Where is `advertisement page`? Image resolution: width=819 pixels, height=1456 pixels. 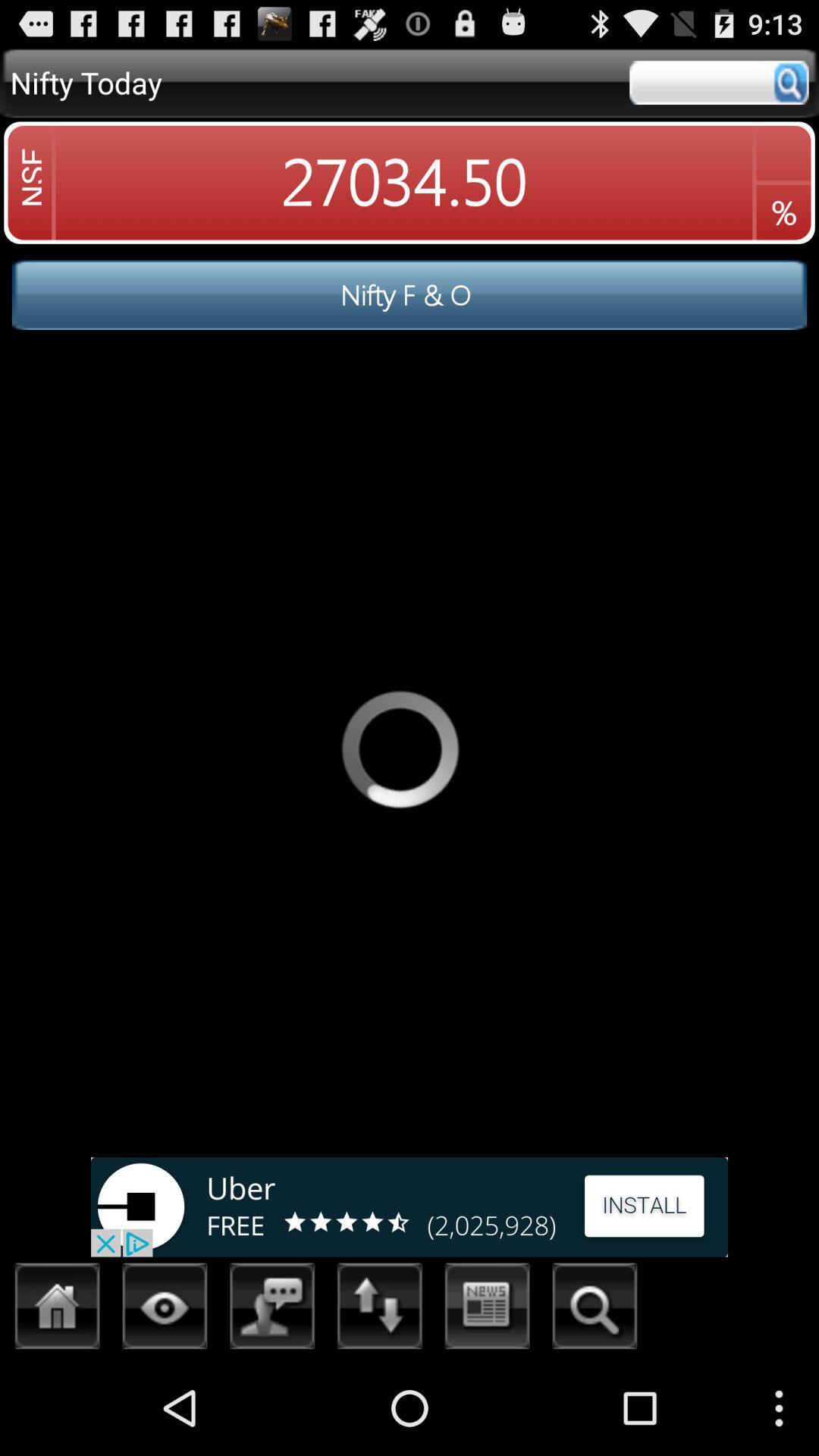
advertisement page is located at coordinates (409, 1206).